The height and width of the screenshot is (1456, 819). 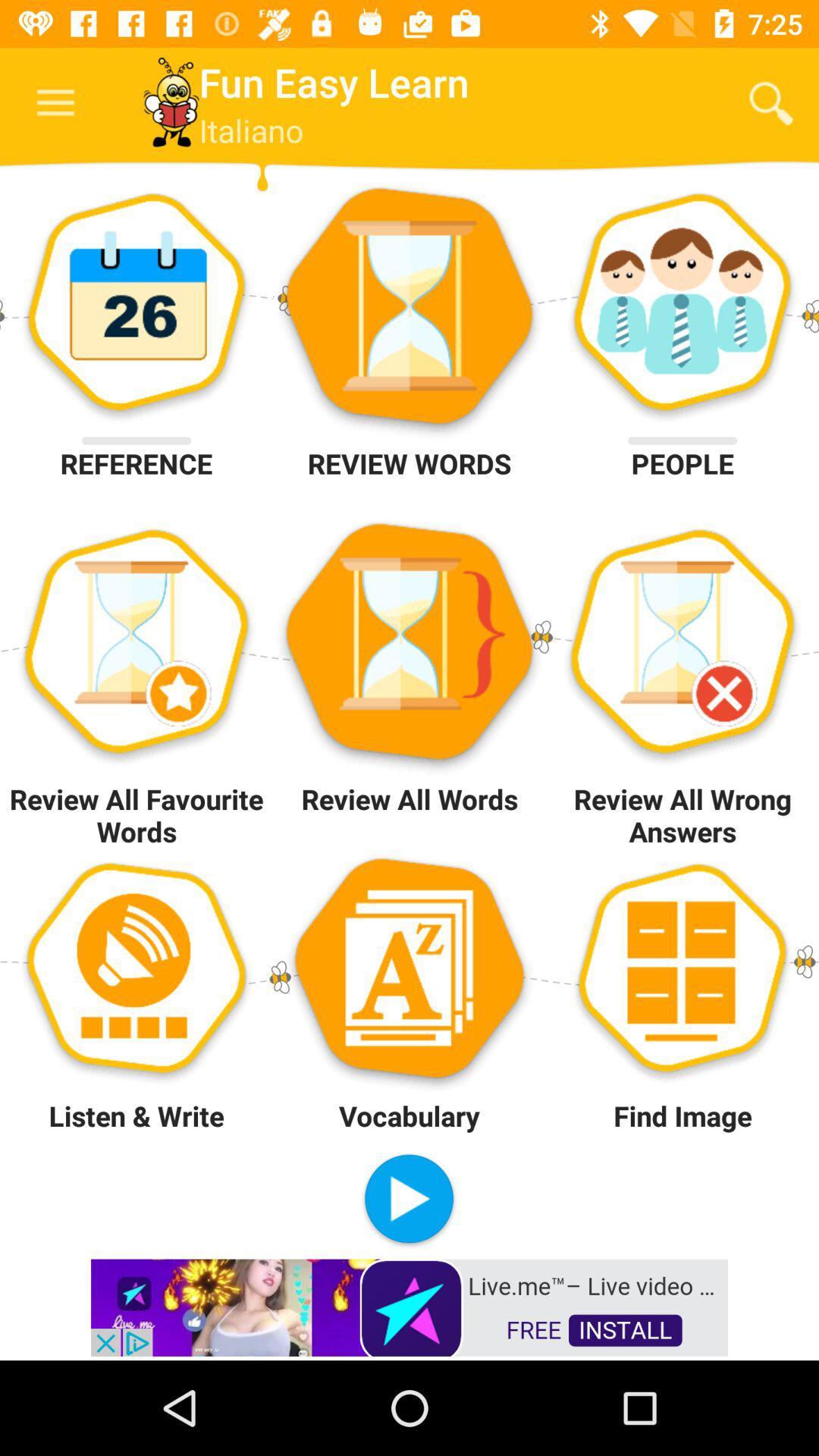 What do you see at coordinates (408, 1200) in the screenshot?
I see `the play icon` at bounding box center [408, 1200].